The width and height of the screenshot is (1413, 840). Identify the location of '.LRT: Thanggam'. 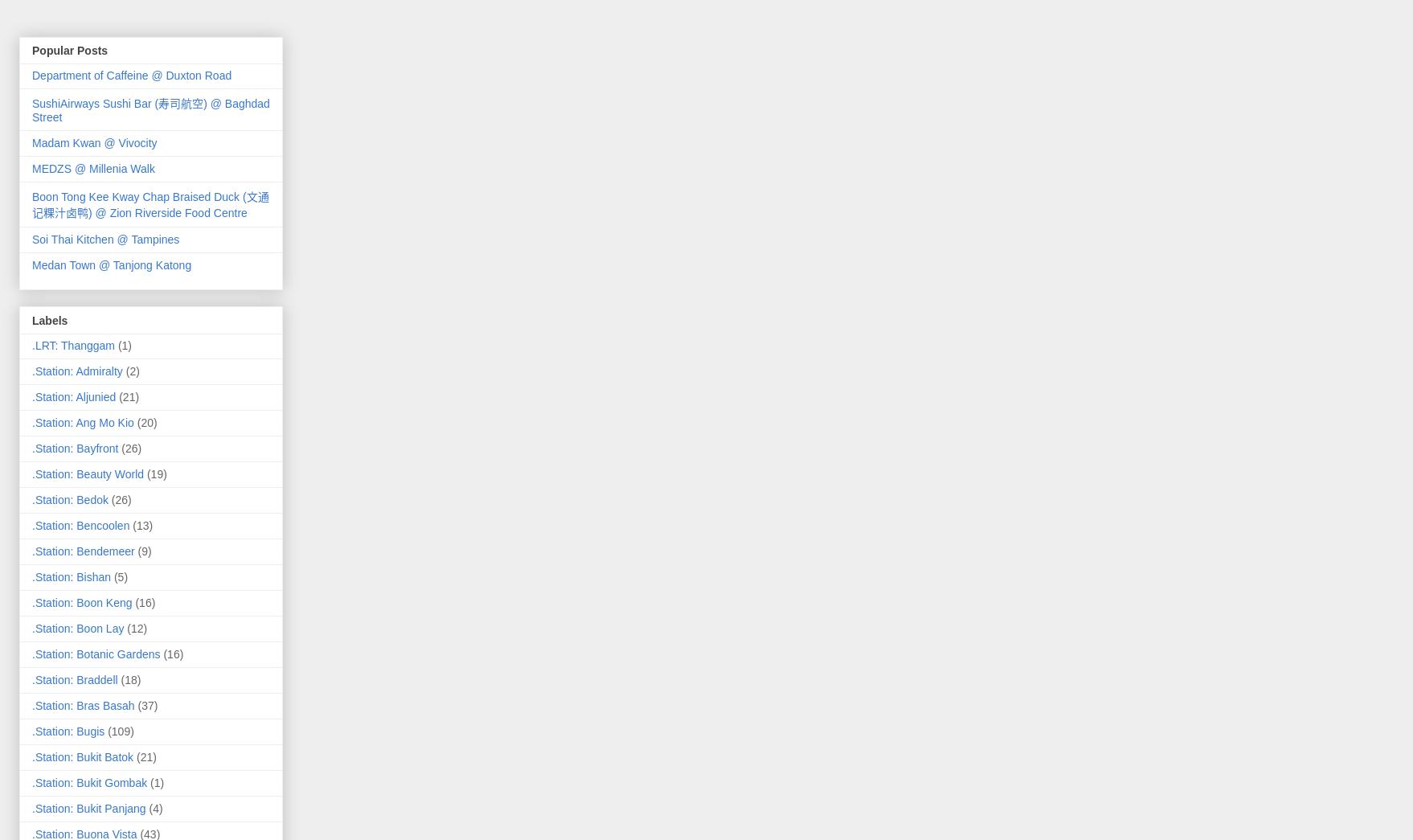
(73, 344).